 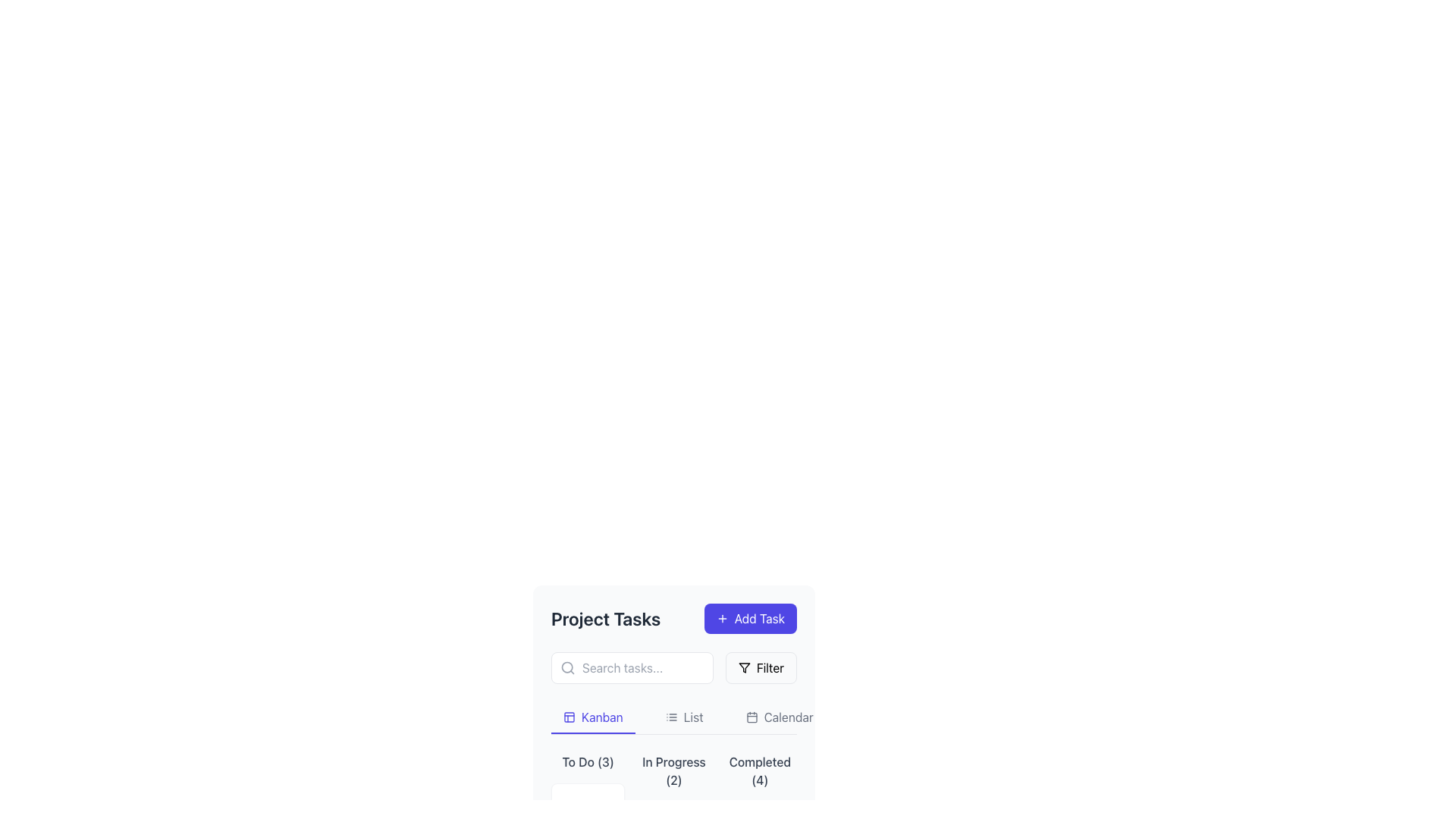 What do you see at coordinates (673, 717) in the screenshot?
I see `the 'List' view tab in the Navigation Tab of the task management interface to switch the display to a list format` at bounding box center [673, 717].